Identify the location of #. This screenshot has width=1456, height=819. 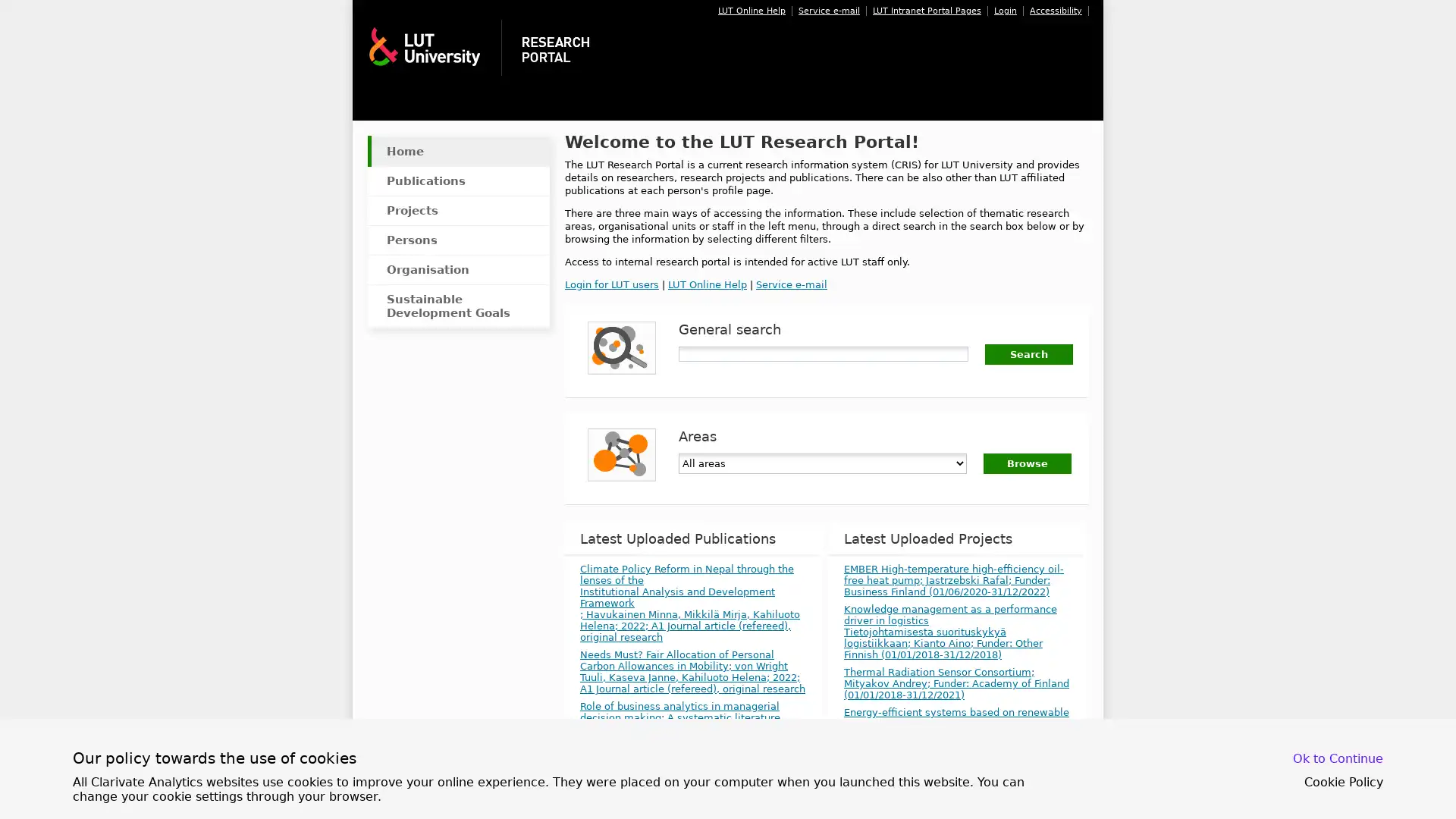
(1027, 463).